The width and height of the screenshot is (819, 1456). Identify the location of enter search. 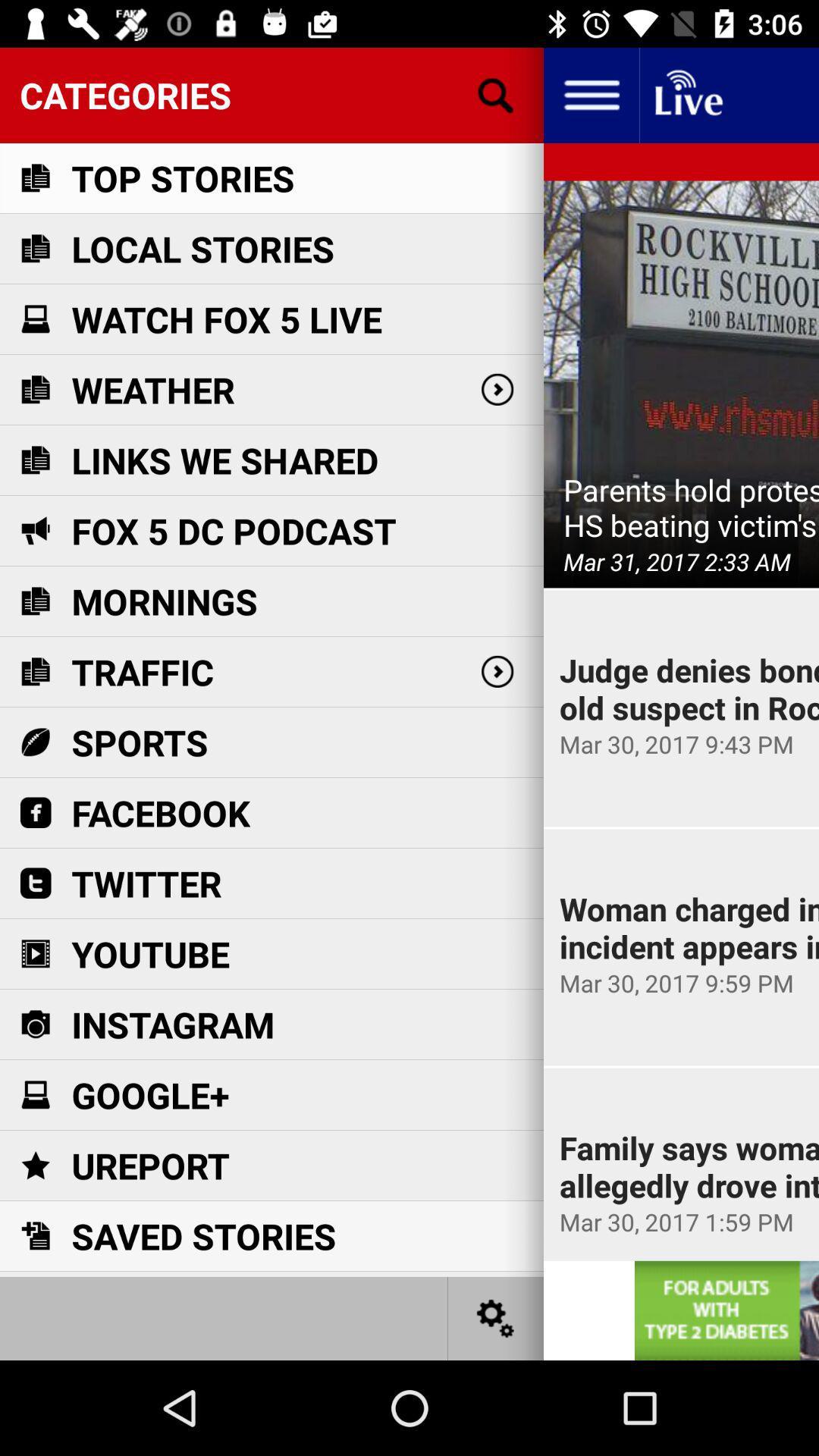
(496, 94).